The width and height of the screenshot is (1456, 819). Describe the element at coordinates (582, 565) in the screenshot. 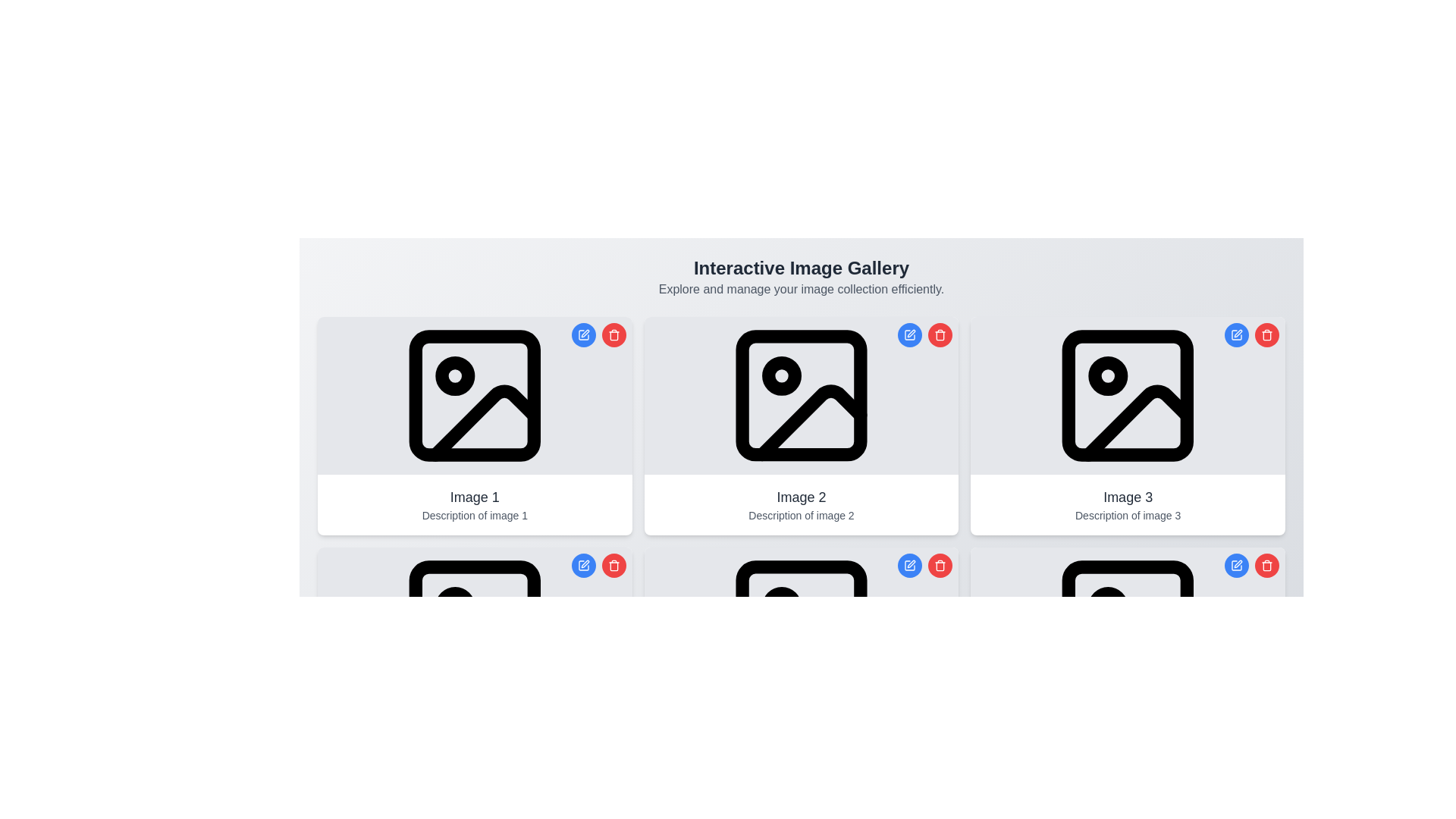

I see `the small square-shaped icon with a pen-like drawing inside it, located at the top right corner of the card labeled as Image 2, to initiate the edit function` at that location.